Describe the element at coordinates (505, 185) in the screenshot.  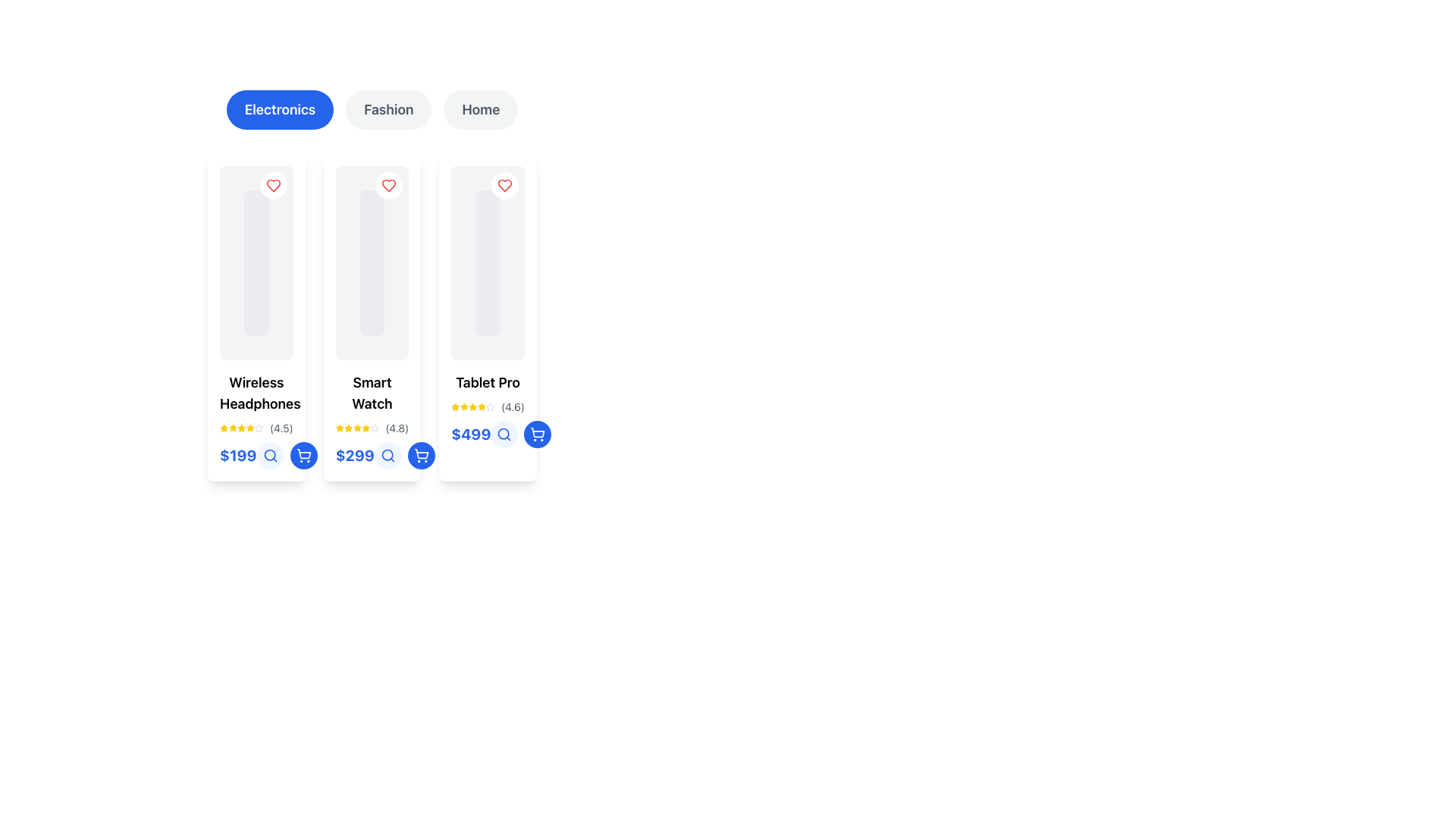
I see `the heart icon located at the top-right side of the 'Tablet Pro' card in the product listing grid to mark it as liked or a favorite` at that location.